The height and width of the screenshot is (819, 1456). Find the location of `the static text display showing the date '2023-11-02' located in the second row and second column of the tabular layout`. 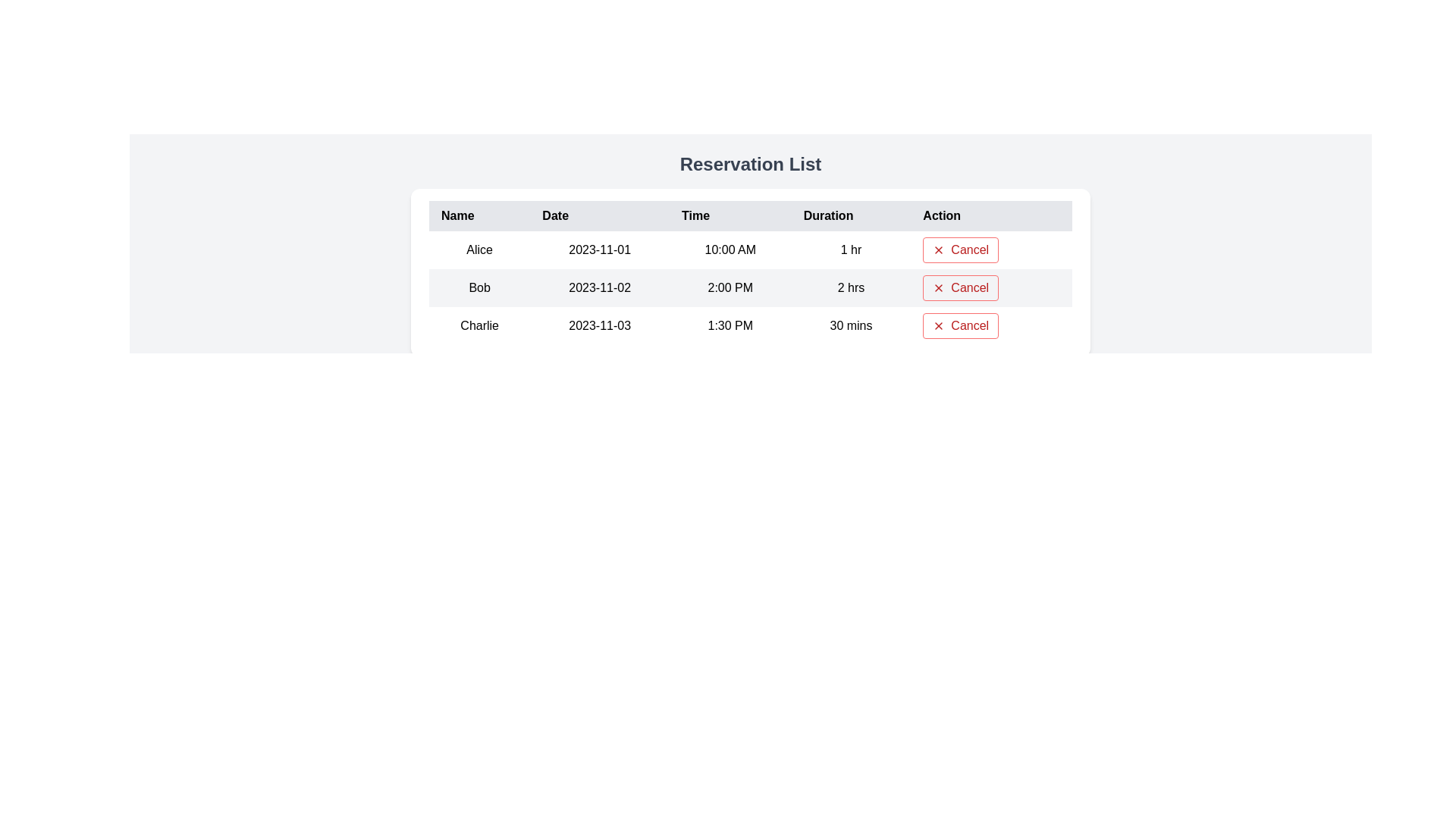

the static text display showing the date '2023-11-02' located in the second row and second column of the tabular layout is located at coordinates (599, 288).